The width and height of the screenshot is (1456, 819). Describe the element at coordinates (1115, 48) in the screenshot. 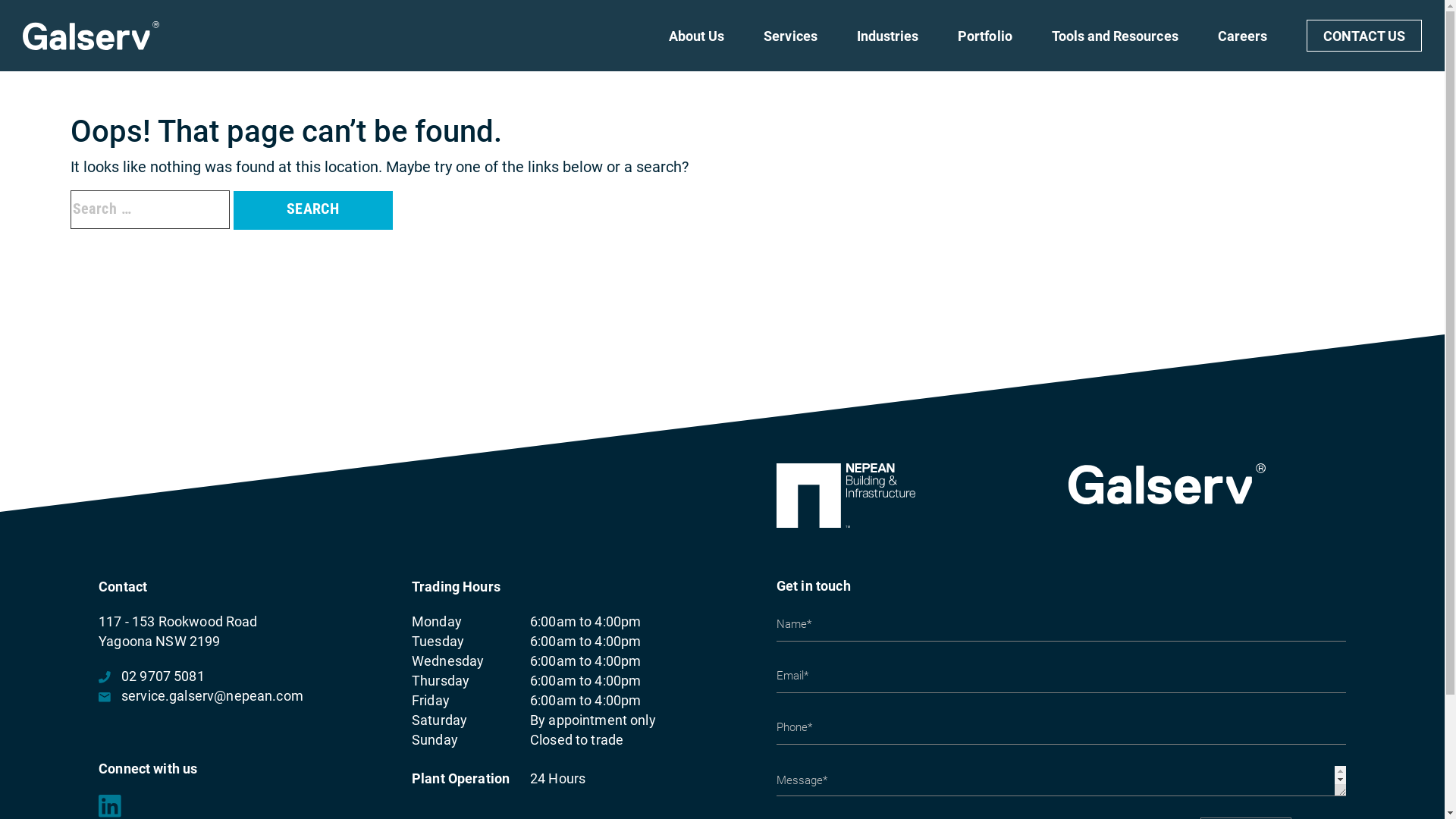

I see `'Tools and Resources'` at that location.